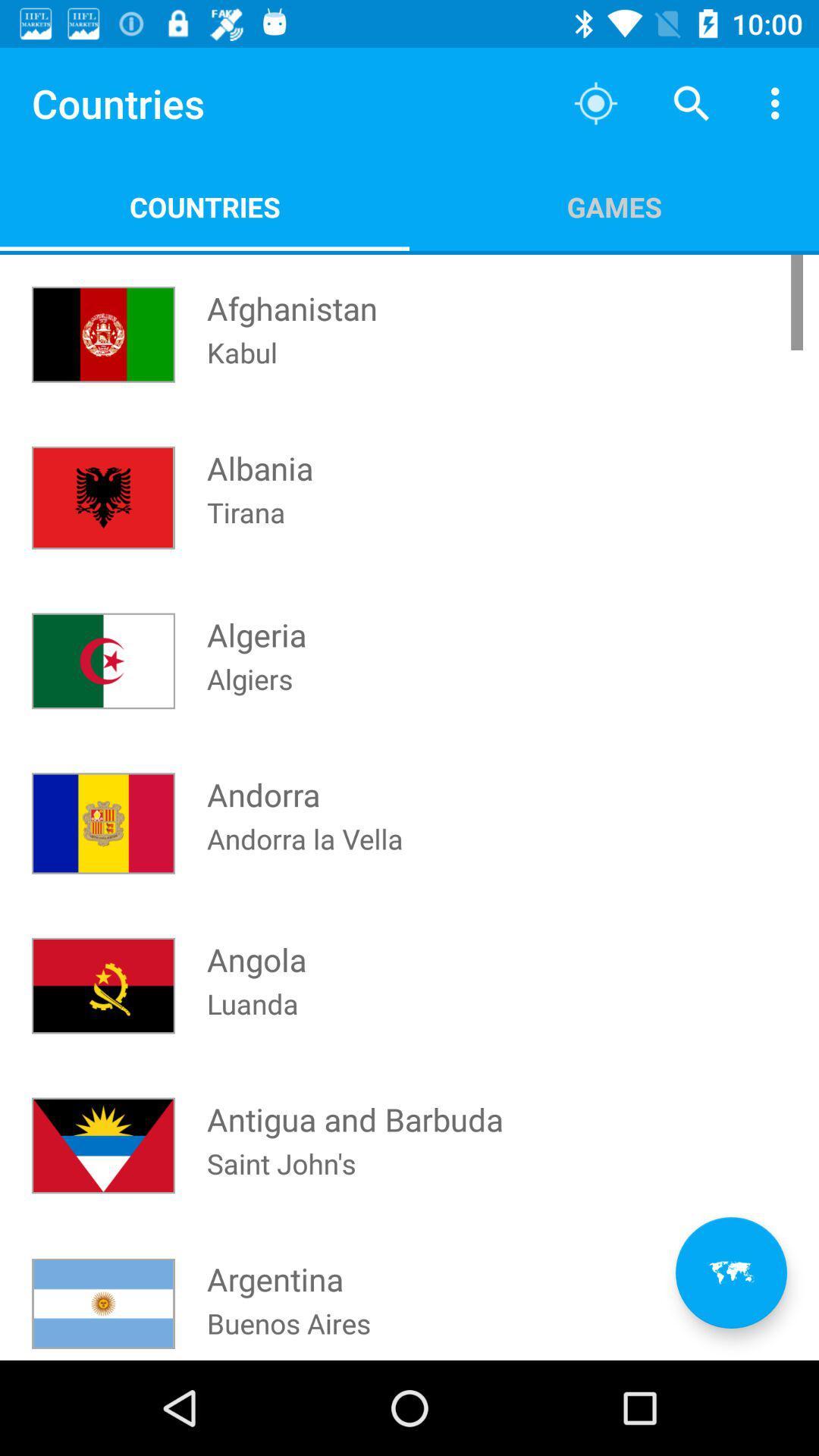 The image size is (819, 1456). Describe the element at coordinates (614, 206) in the screenshot. I see `games icon` at that location.